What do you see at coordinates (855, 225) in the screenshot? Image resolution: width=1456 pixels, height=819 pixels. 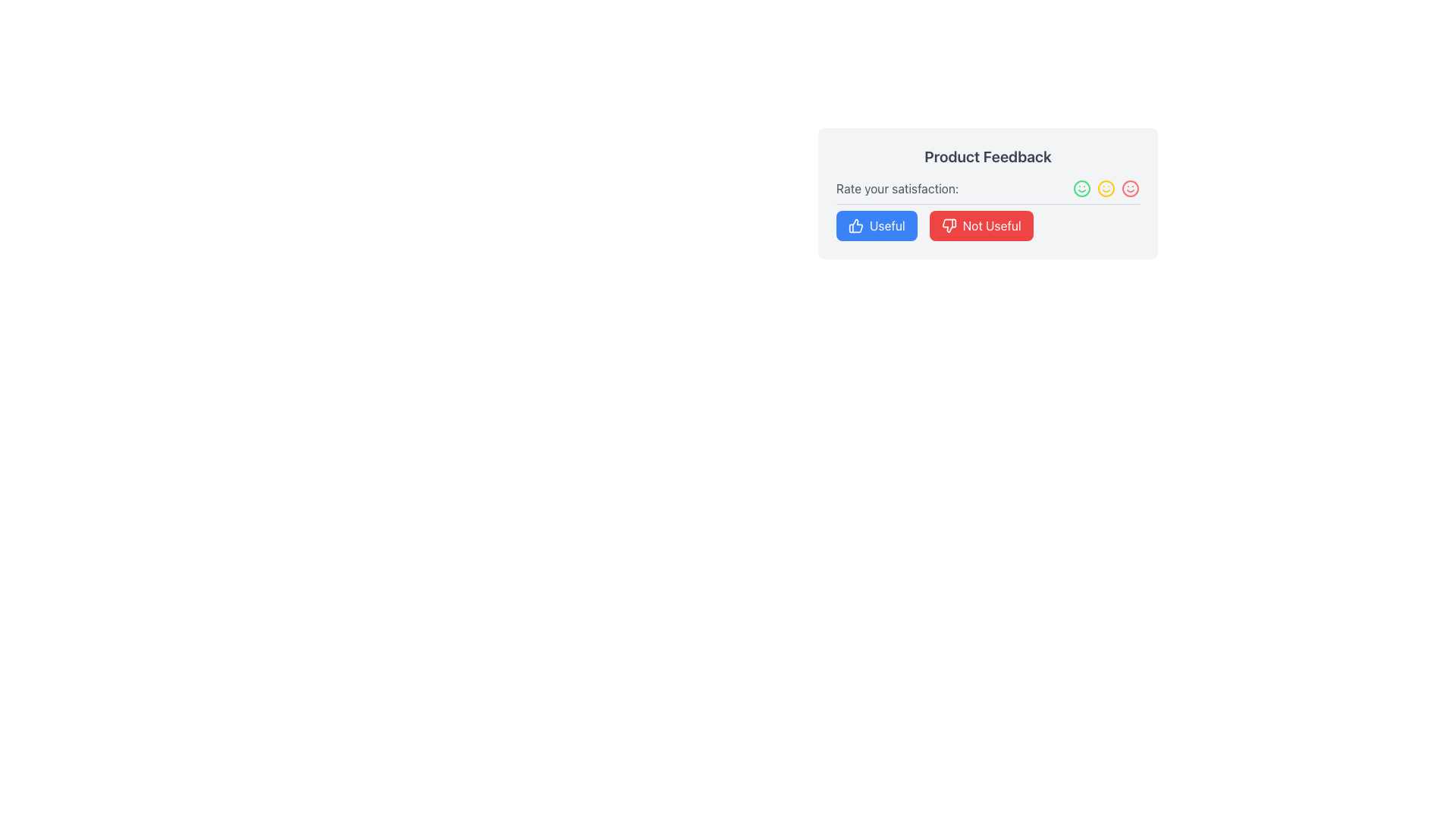 I see `the icon on the left side of the blue 'Useful' button` at bounding box center [855, 225].